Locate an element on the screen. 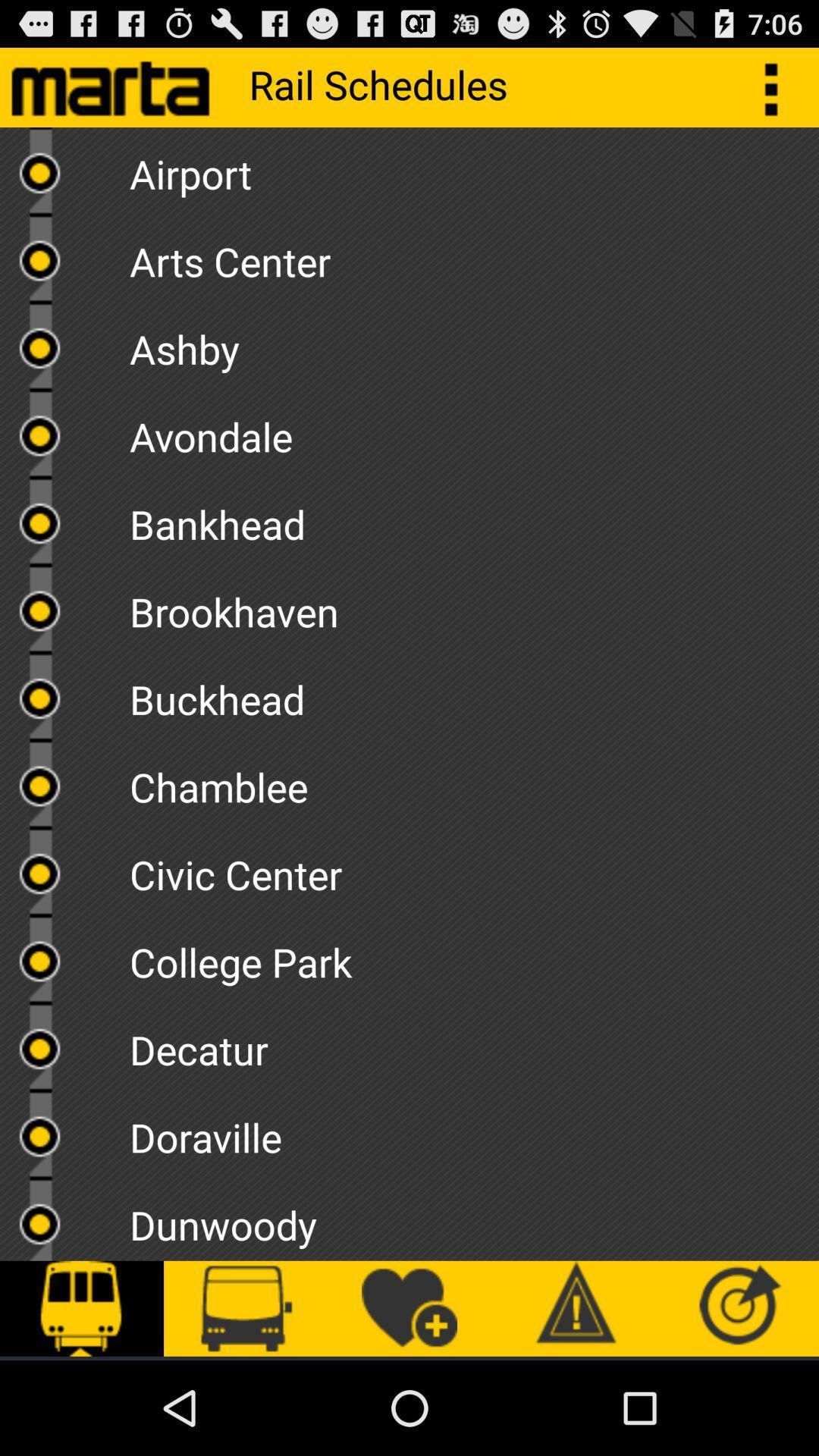  item above the doraville item is located at coordinates (473, 1043).